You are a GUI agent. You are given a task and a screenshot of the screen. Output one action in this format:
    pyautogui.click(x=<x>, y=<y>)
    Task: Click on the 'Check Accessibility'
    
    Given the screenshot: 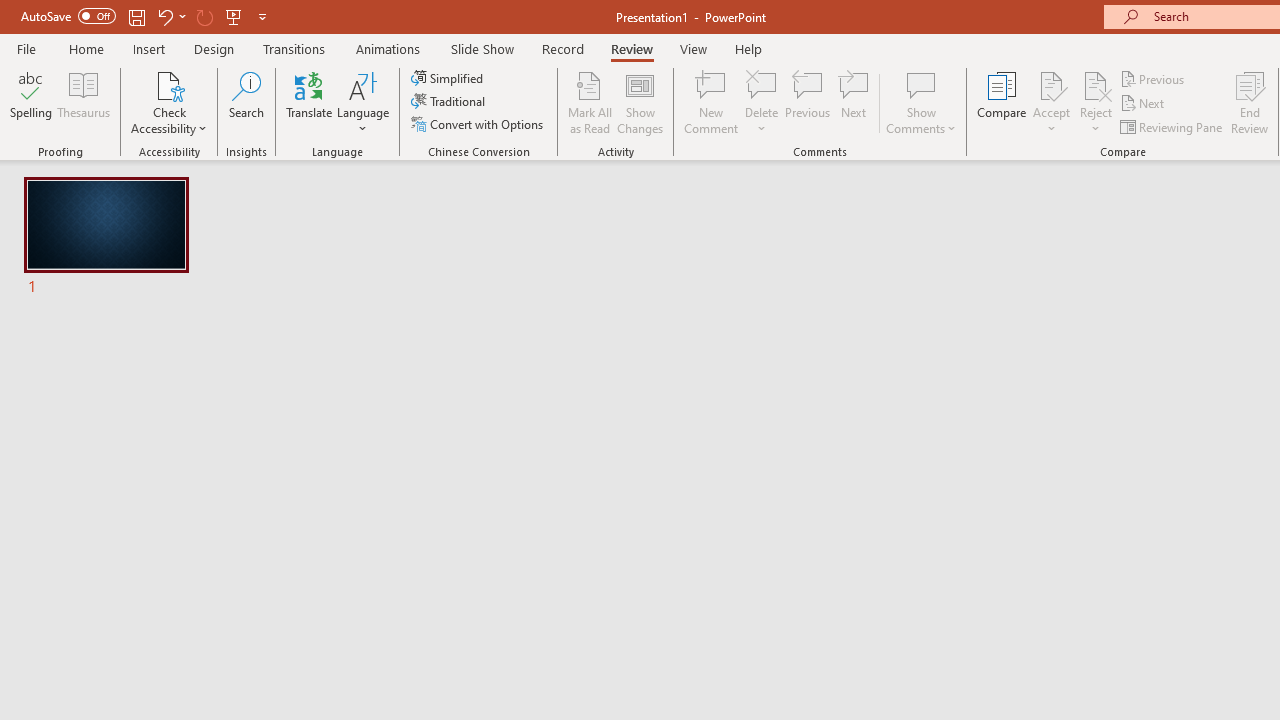 What is the action you would take?
    pyautogui.click(x=169, y=103)
    